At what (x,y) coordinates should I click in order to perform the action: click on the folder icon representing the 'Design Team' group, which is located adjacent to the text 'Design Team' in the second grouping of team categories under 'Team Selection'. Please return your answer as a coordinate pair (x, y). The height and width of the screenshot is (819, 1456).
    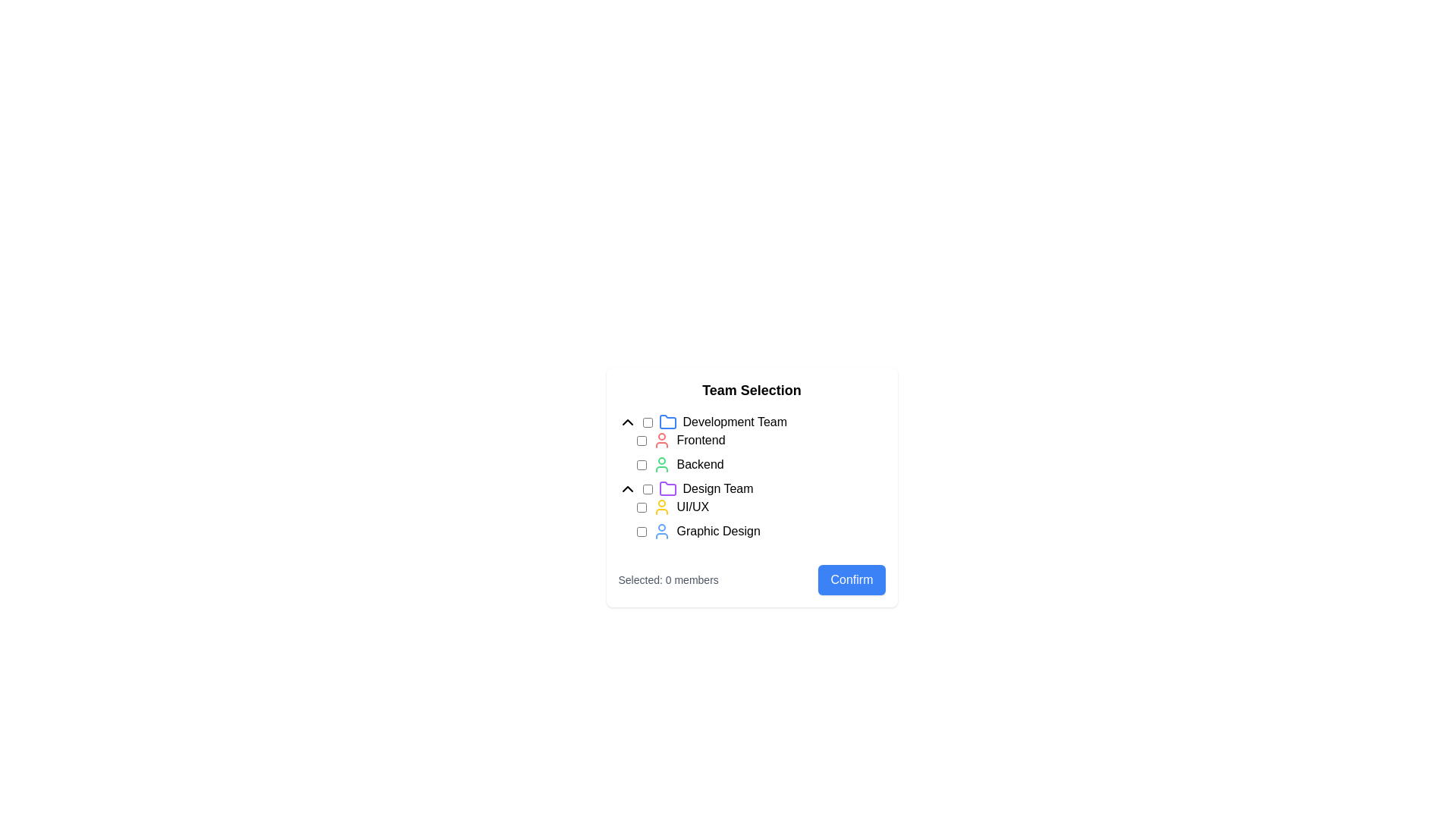
    Looking at the image, I should click on (667, 488).